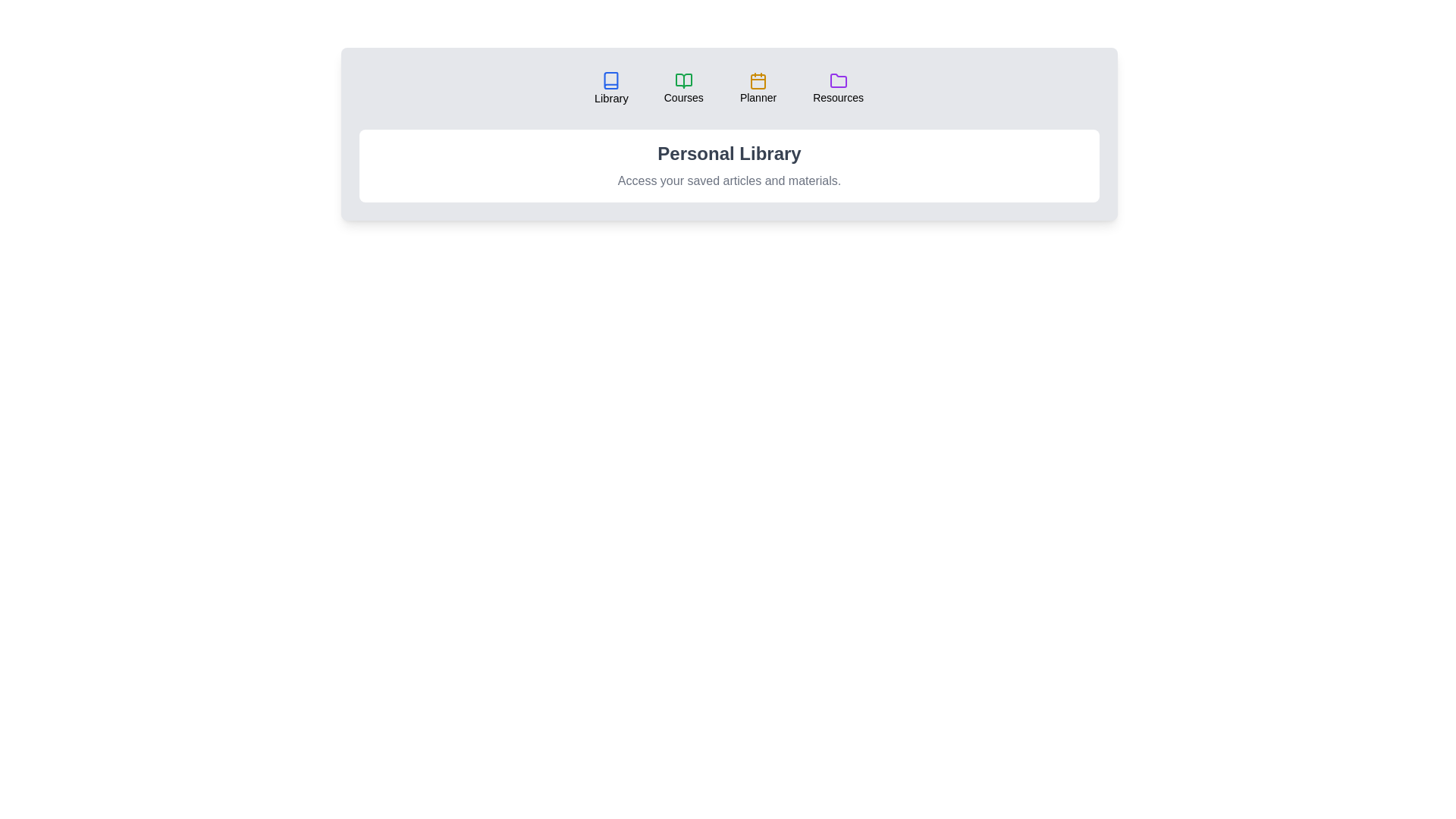 This screenshot has height=819, width=1456. Describe the element at coordinates (836, 88) in the screenshot. I see `the tab labeled 'Resources' to observe its hover effect` at that location.